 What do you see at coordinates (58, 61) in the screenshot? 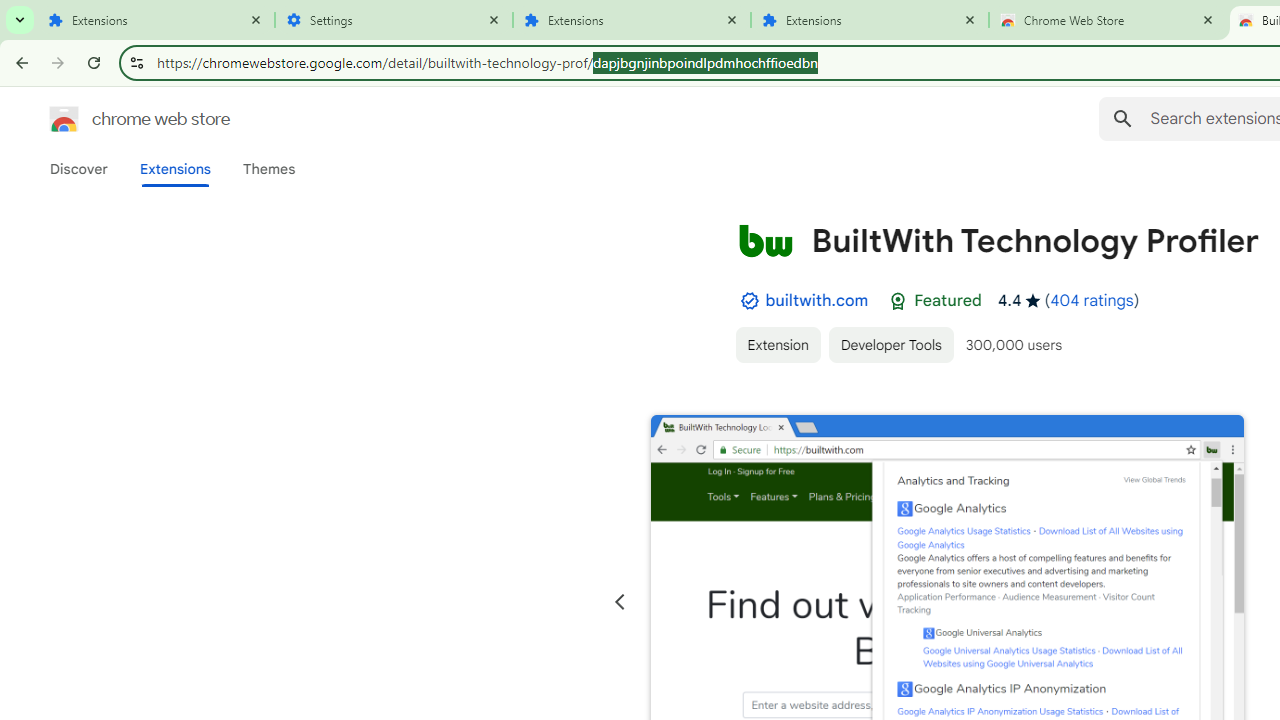
I see `'Forward'` at bounding box center [58, 61].